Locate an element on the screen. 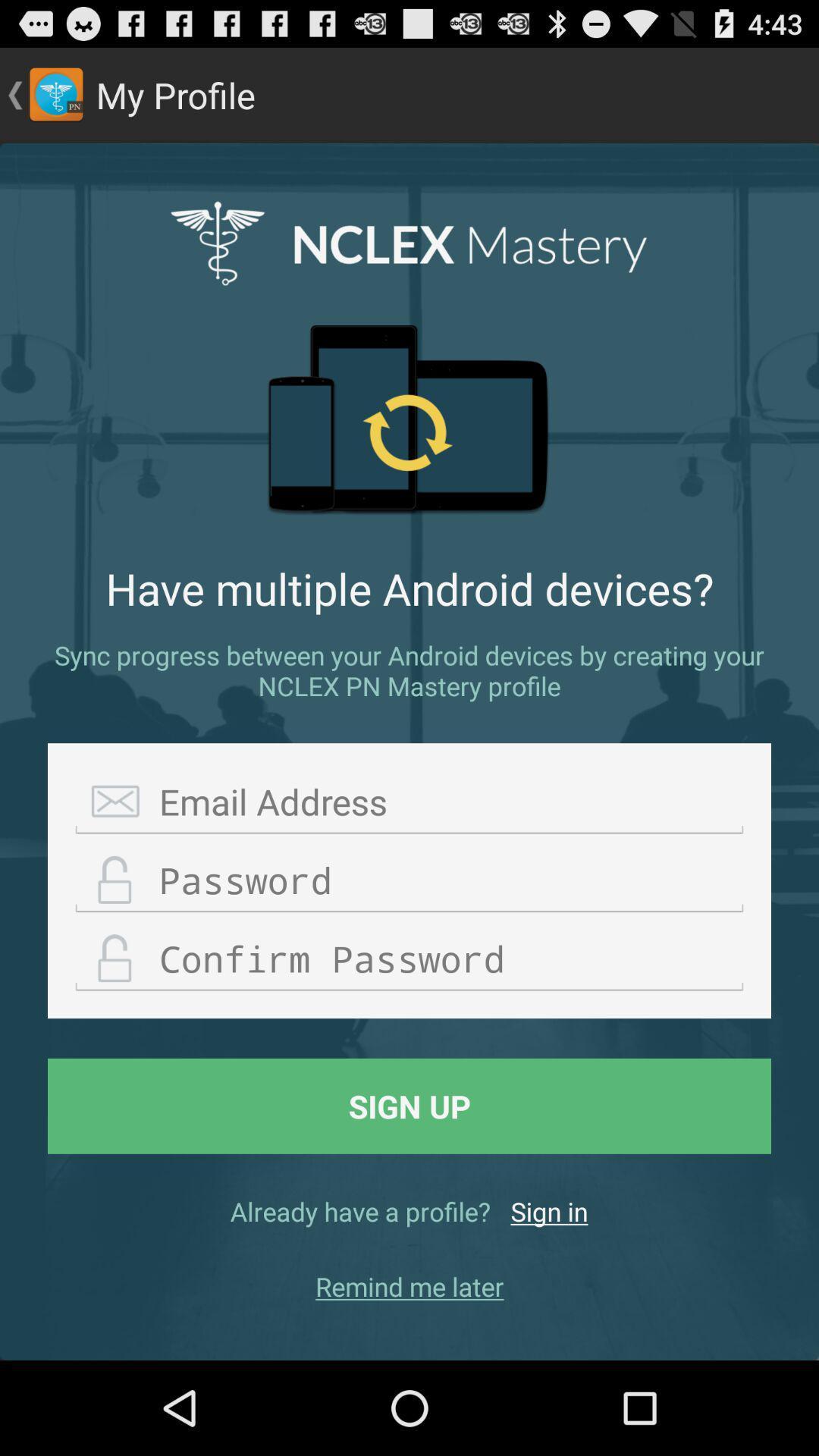  the item below sync progress between icon is located at coordinates (409, 802).